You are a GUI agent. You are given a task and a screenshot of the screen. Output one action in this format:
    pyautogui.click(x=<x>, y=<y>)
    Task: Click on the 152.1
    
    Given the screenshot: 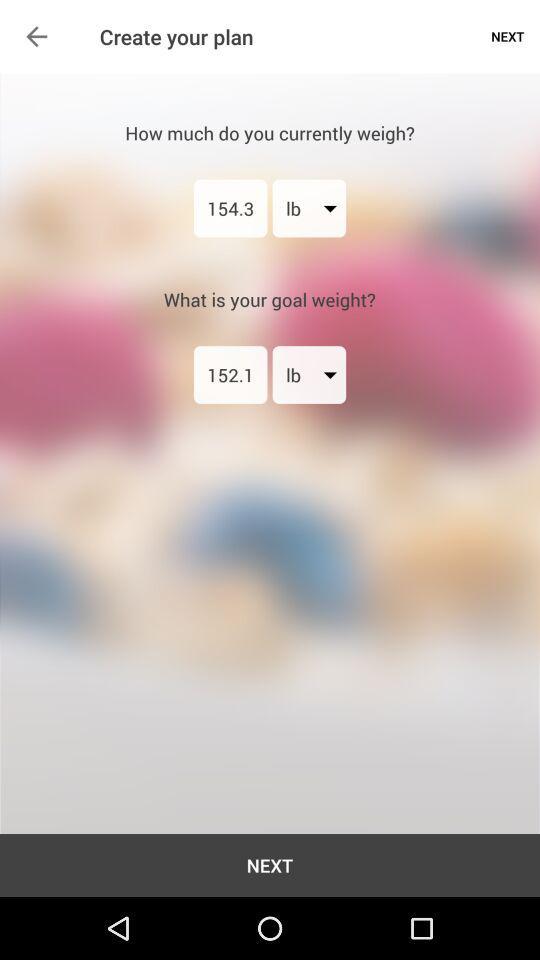 What is the action you would take?
    pyautogui.click(x=229, y=373)
    